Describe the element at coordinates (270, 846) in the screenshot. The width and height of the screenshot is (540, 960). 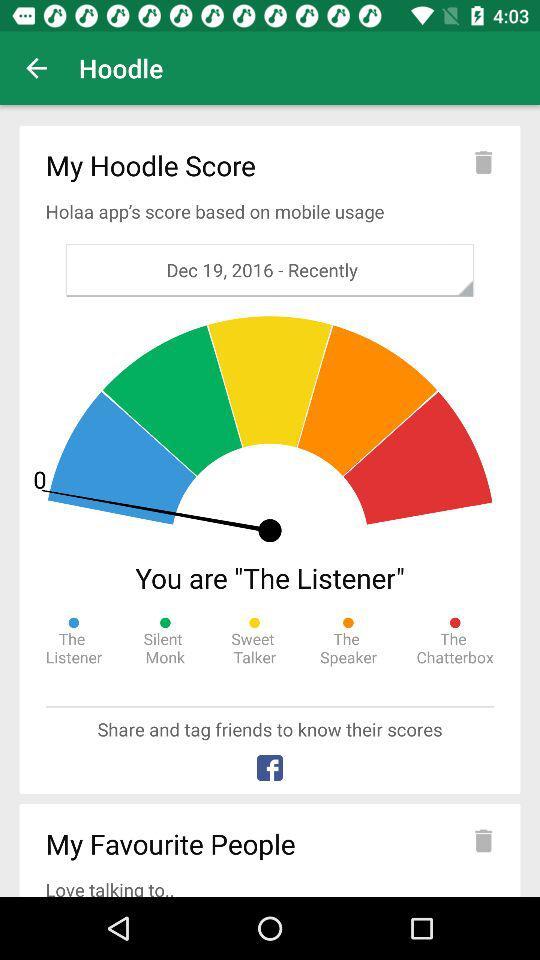
I see `2 lines text which is below facebook icon on the page` at that location.